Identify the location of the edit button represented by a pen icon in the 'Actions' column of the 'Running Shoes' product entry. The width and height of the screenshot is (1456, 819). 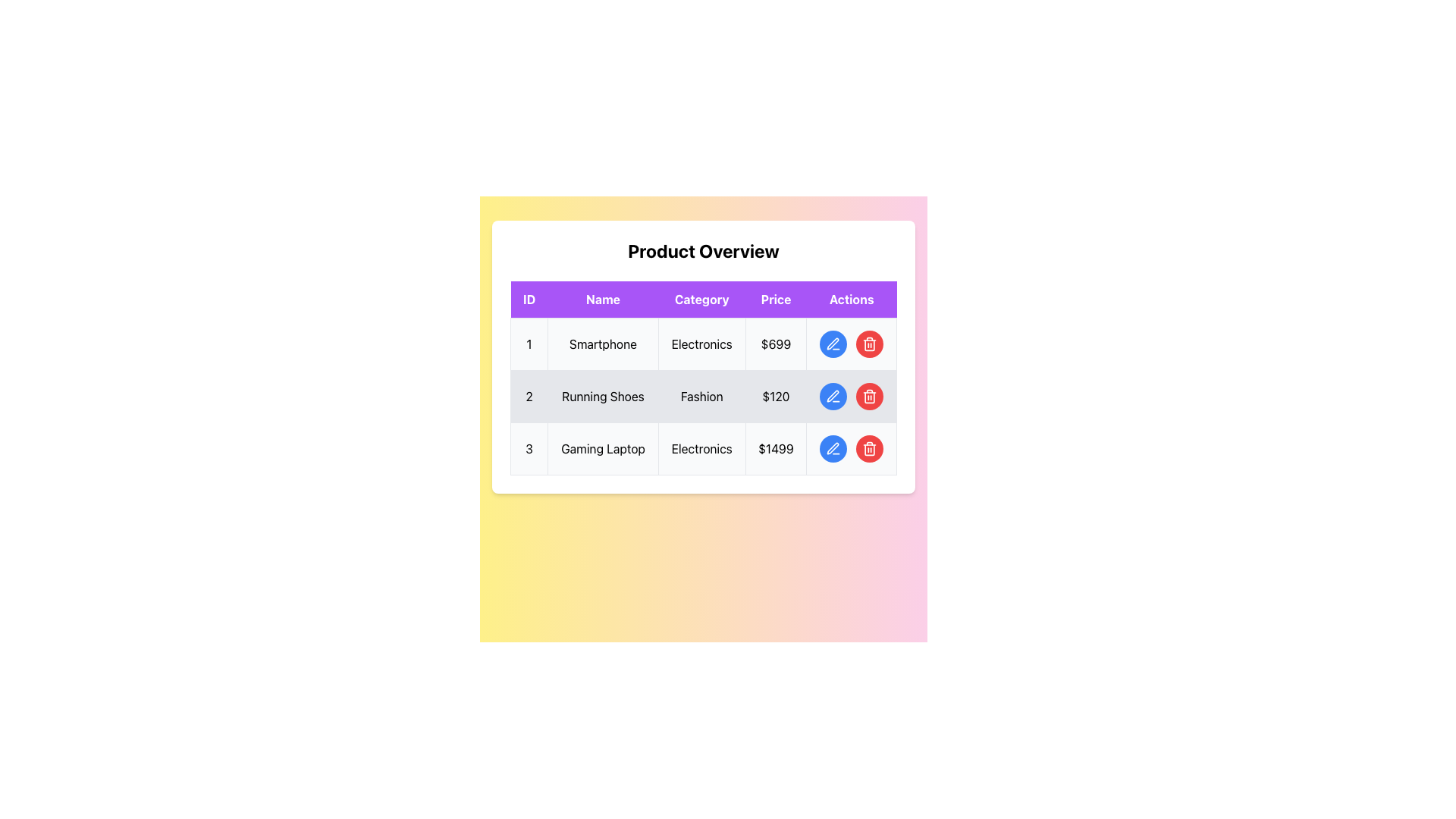
(832, 395).